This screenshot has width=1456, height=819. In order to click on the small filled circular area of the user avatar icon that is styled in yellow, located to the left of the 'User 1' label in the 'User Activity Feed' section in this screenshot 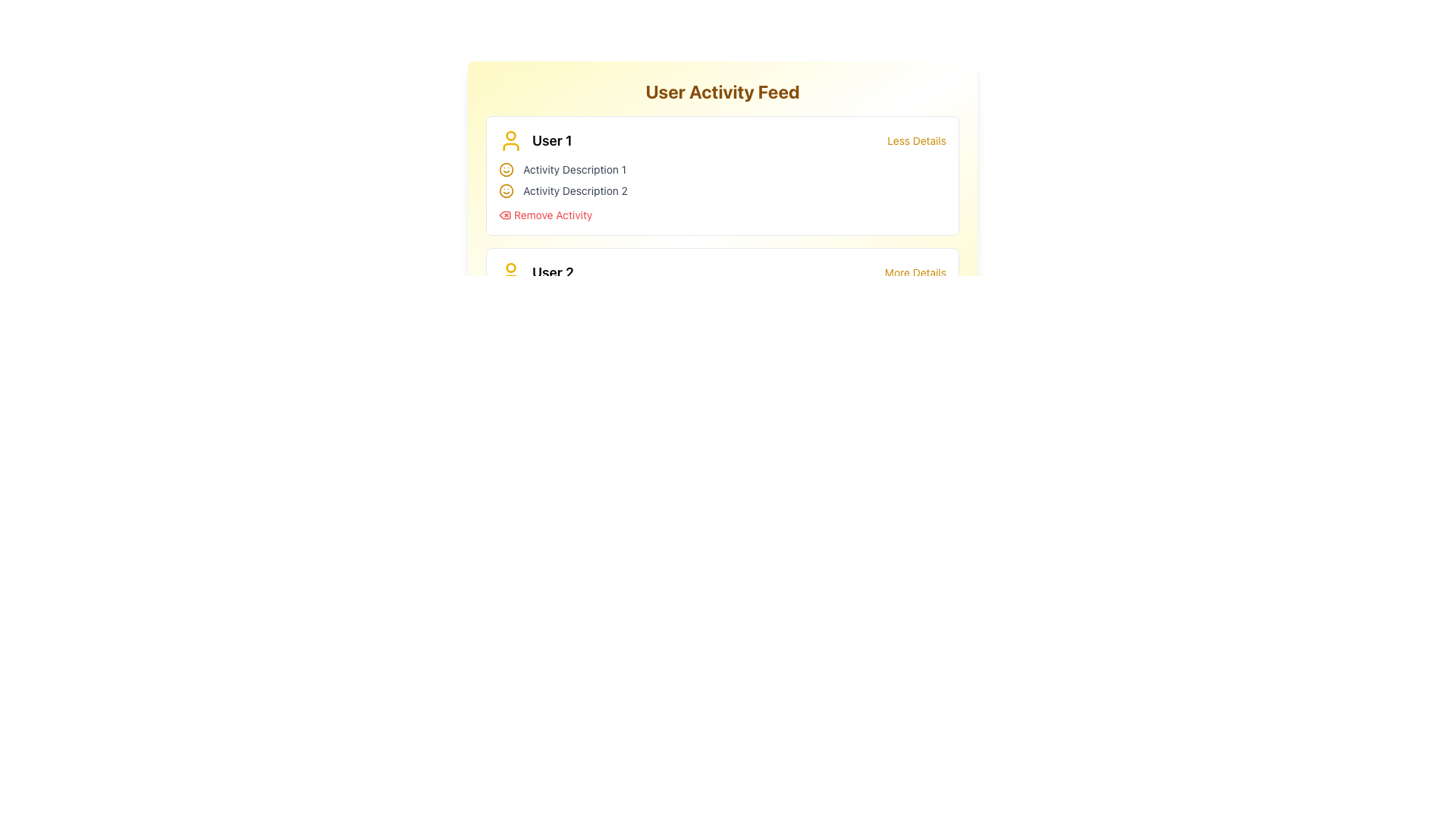, I will do `click(510, 134)`.